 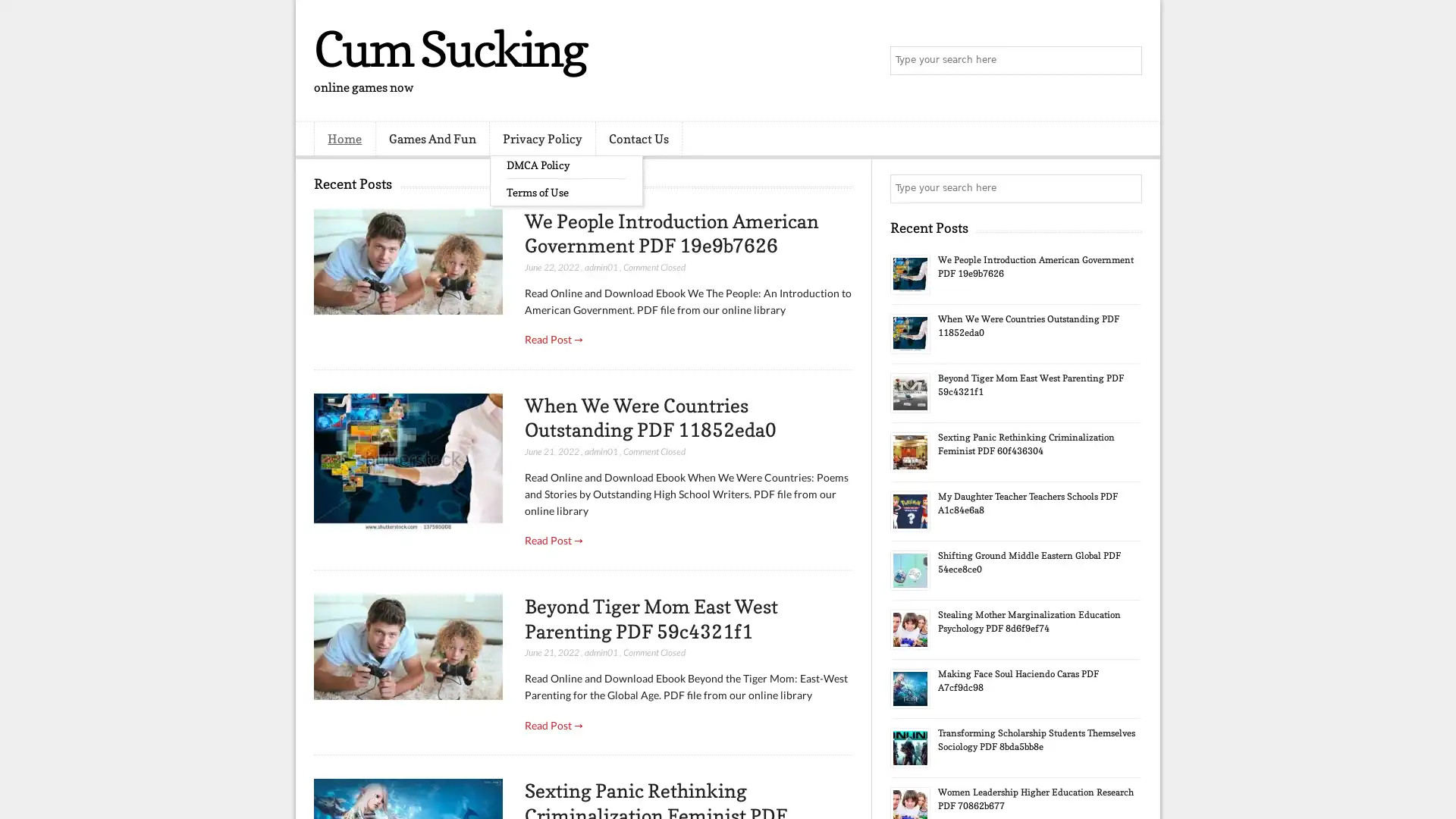 I want to click on Search, so click(x=1126, y=61).